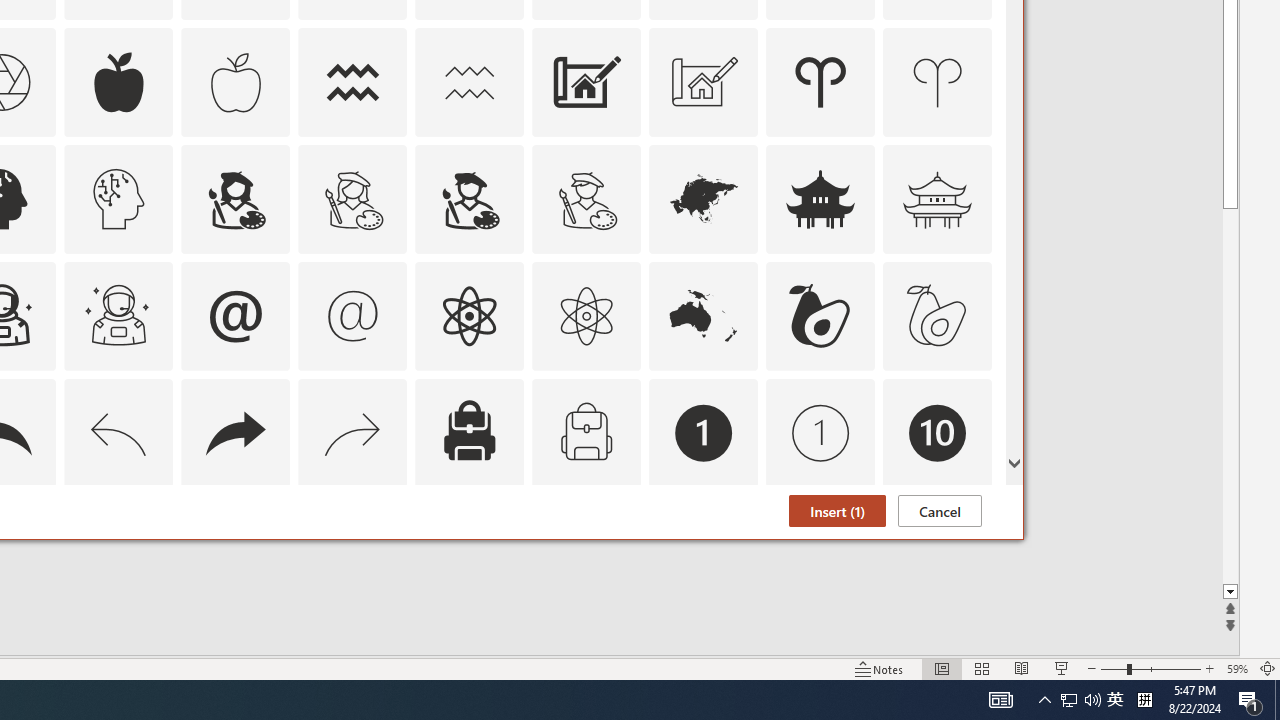  What do you see at coordinates (468, 198) in the screenshot?
I see `'AutomationID: Icons_ArtistMale'` at bounding box center [468, 198].